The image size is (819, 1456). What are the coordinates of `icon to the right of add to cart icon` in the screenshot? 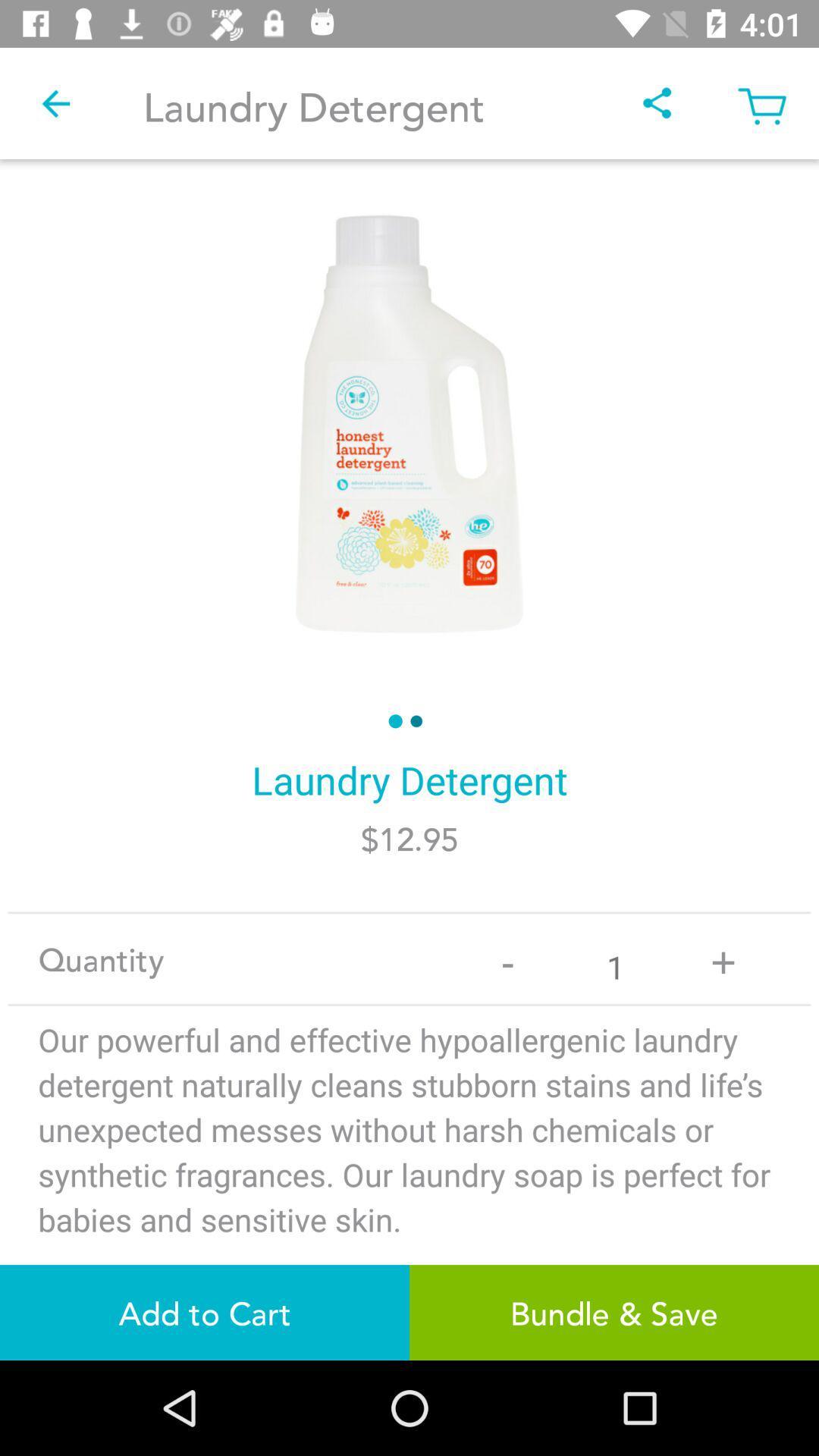 It's located at (614, 1312).